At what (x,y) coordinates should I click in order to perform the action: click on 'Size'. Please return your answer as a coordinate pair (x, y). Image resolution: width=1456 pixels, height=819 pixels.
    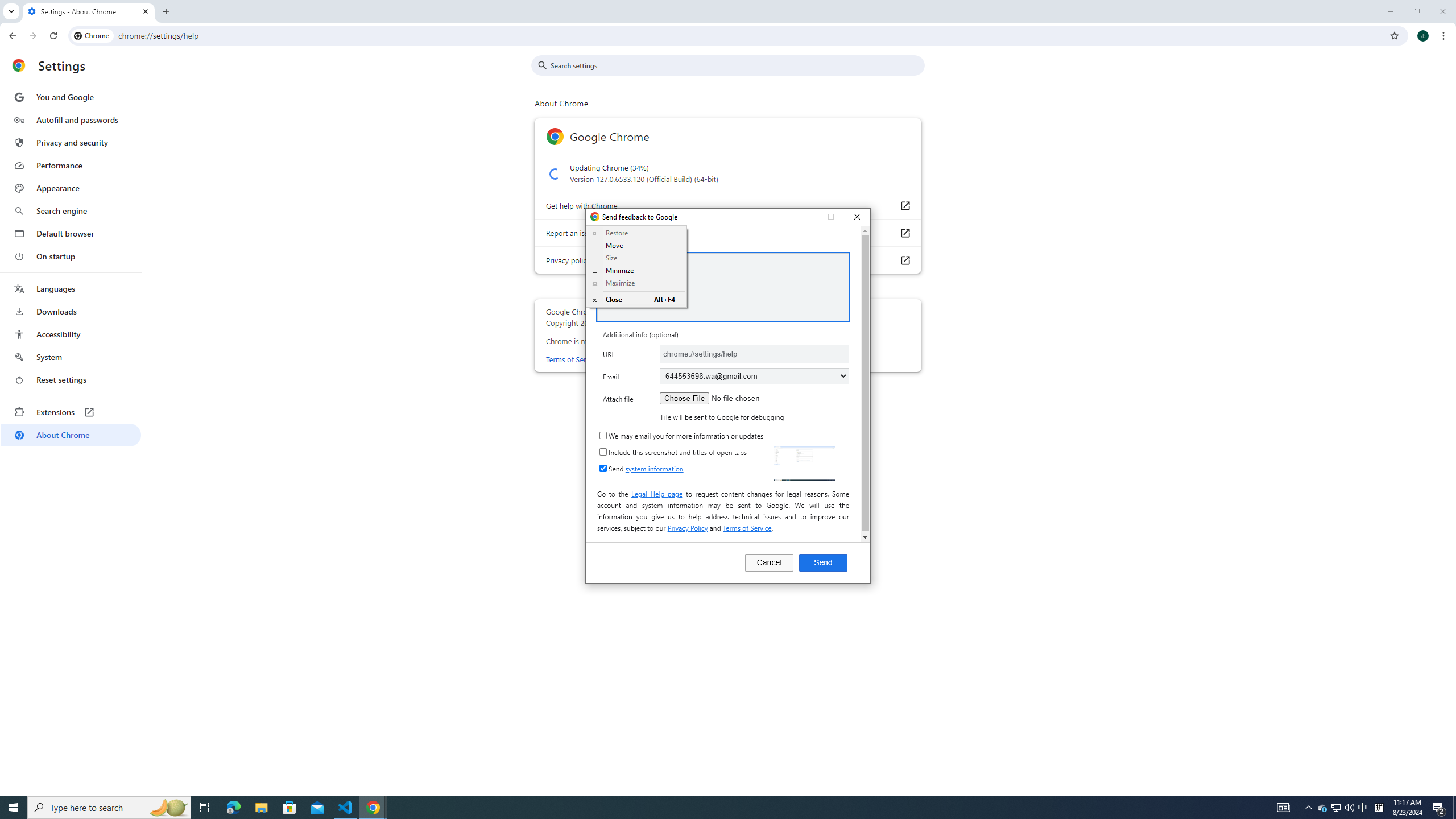
    Looking at the image, I should click on (637, 258).